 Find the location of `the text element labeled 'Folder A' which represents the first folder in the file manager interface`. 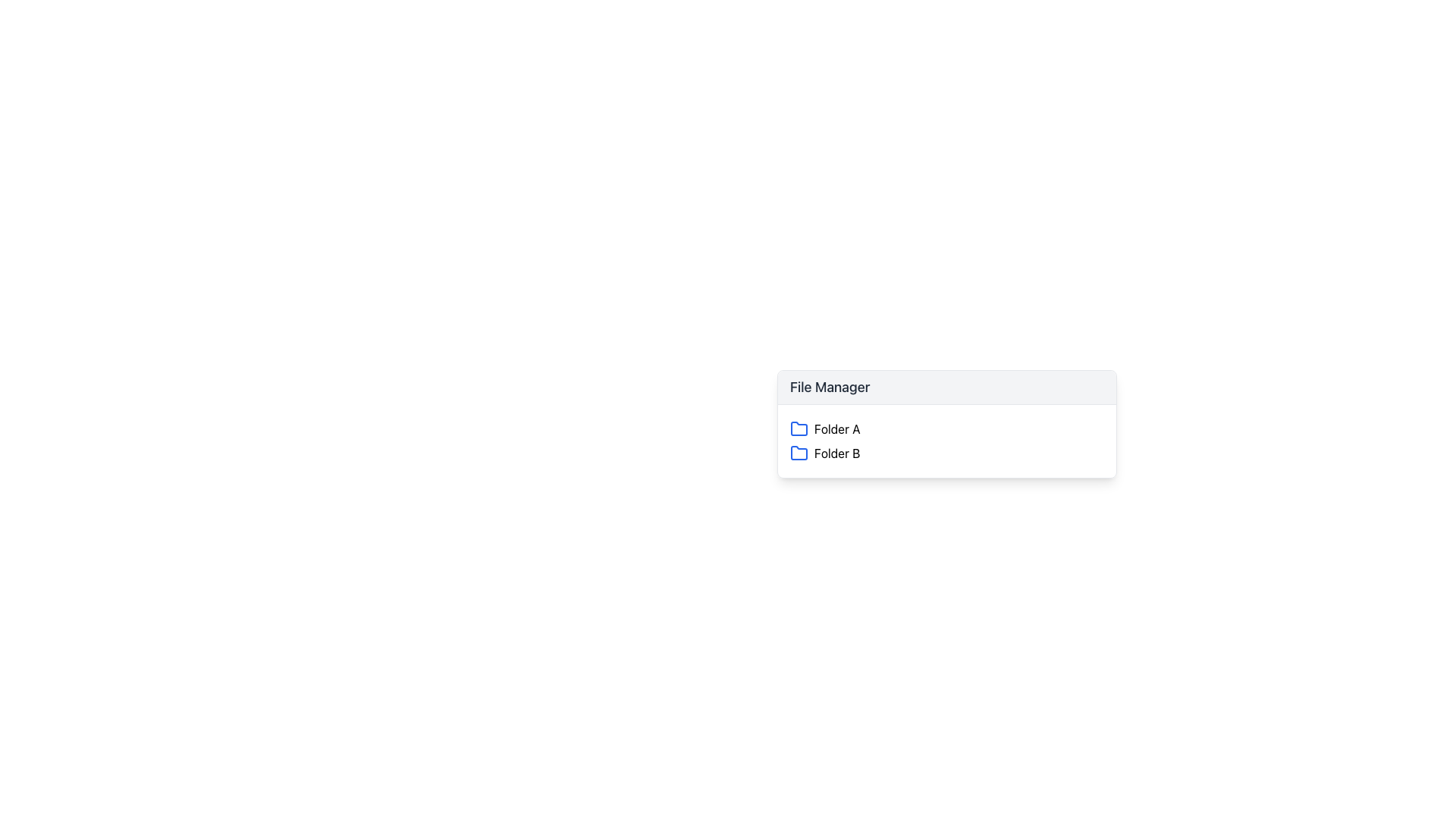

the text element labeled 'Folder A' which represents the first folder in the file manager interface is located at coordinates (836, 429).